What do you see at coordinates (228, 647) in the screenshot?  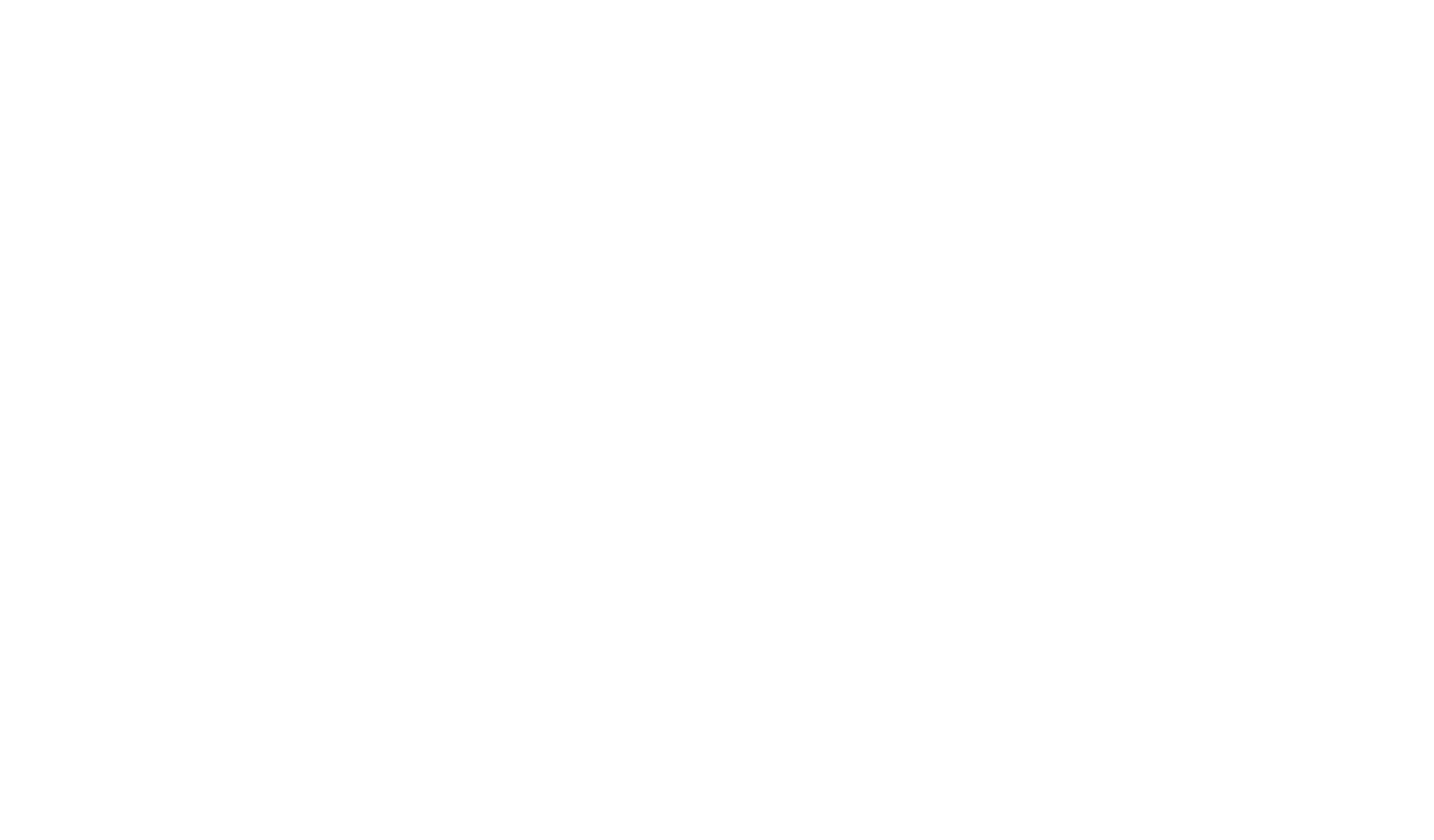 I see `'7 Comments'` at bounding box center [228, 647].